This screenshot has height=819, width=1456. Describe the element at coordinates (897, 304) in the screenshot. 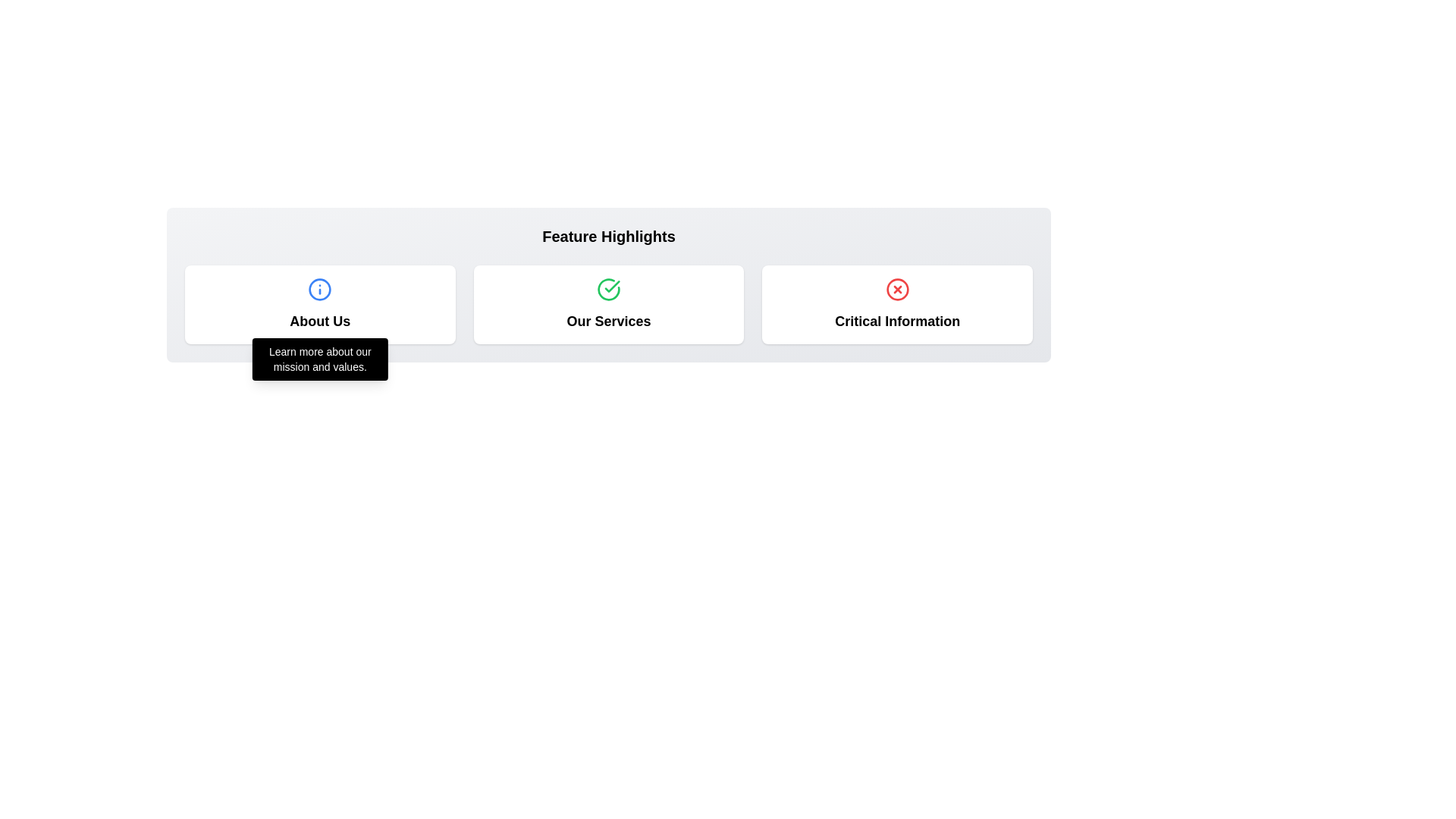

I see `the information displayed on the 'Critical Information' card, which is a rectangular card with a white background and a red circular icon with a cross symbol at the top` at that location.